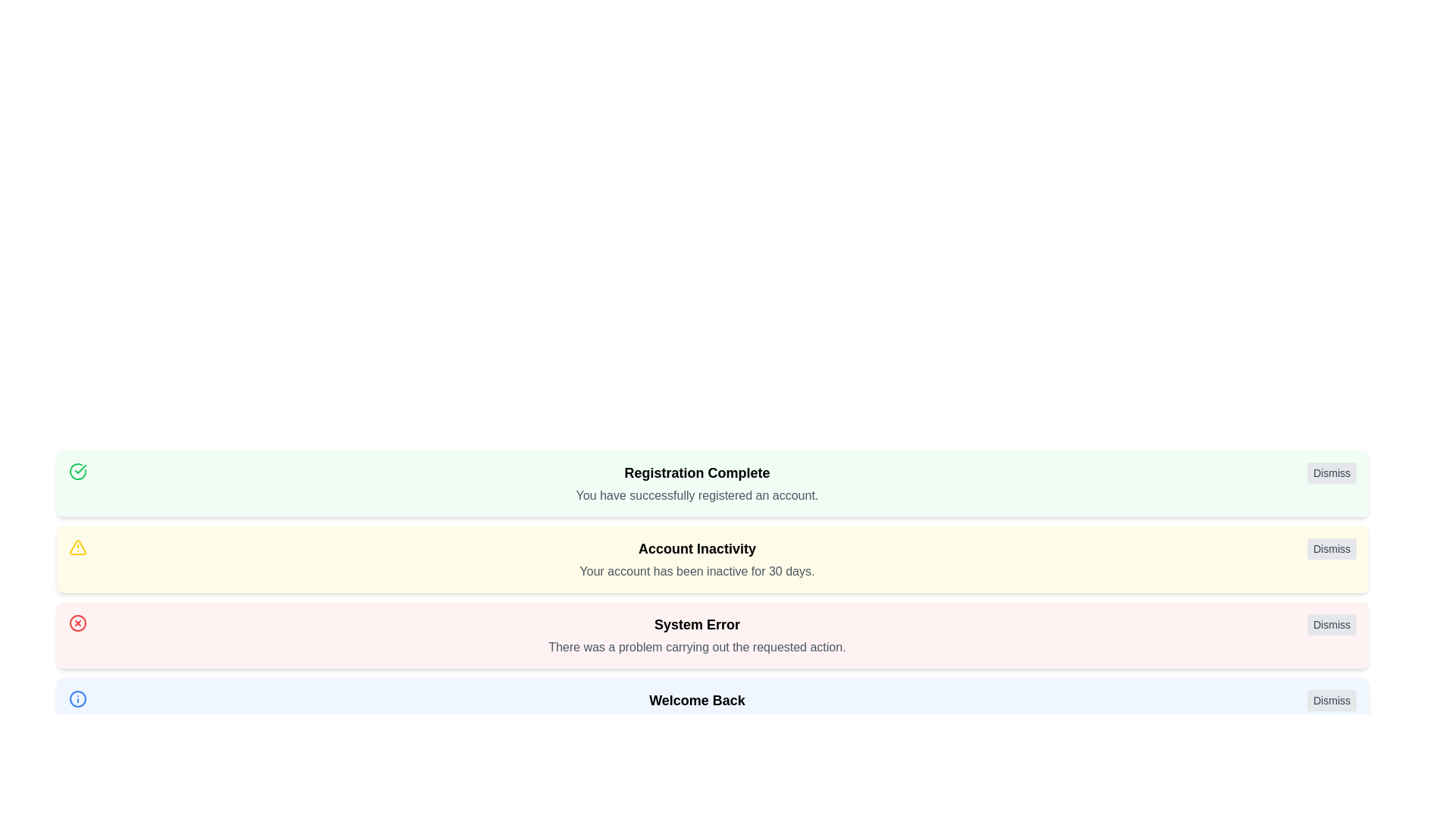  What do you see at coordinates (696, 647) in the screenshot?
I see `text from the Text Label element stating 'There was a problem carrying out the requested action.' which is styled in gray and located below the 'System Error' heading` at bounding box center [696, 647].